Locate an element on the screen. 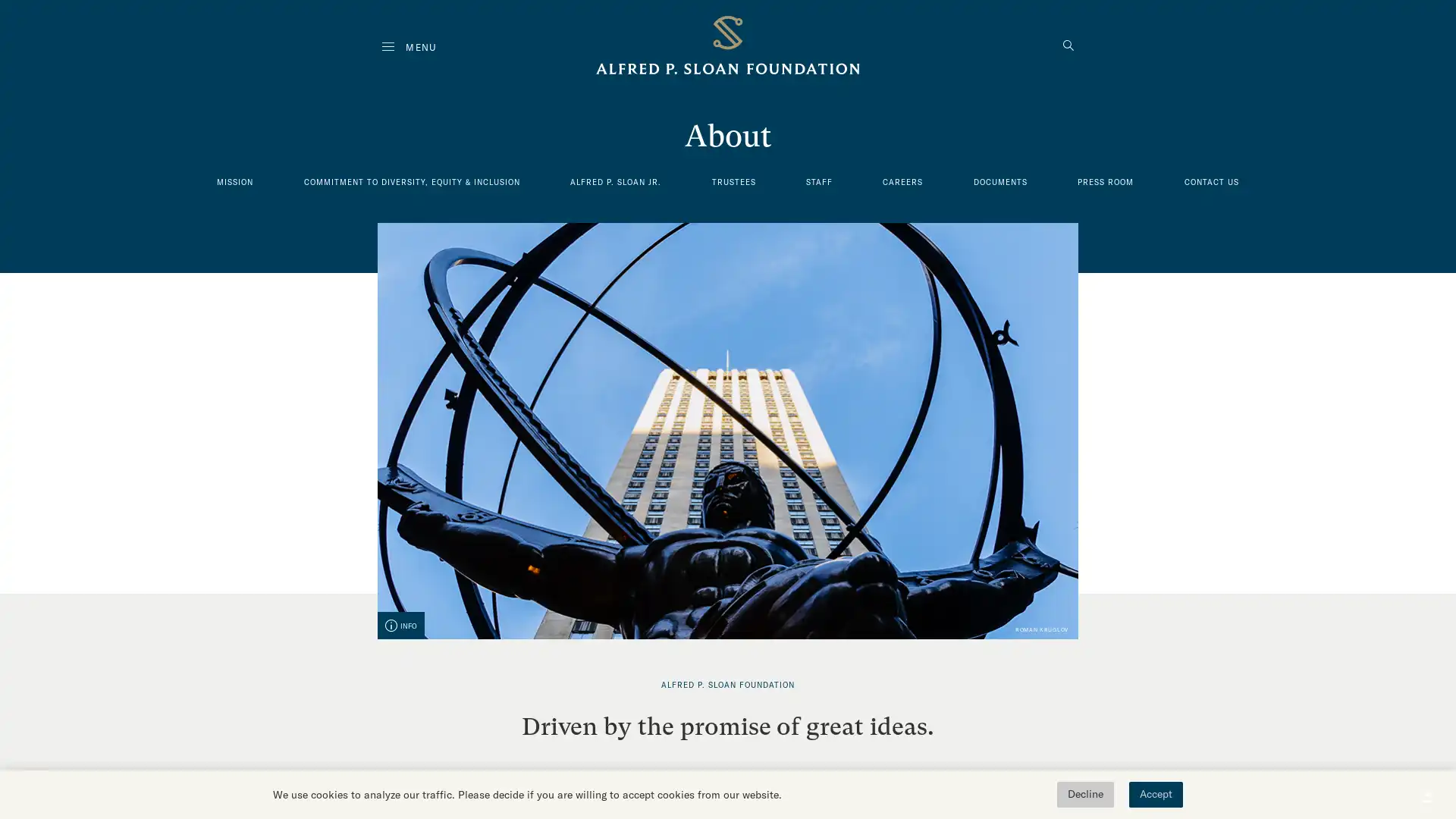  MENU is located at coordinates (409, 46).